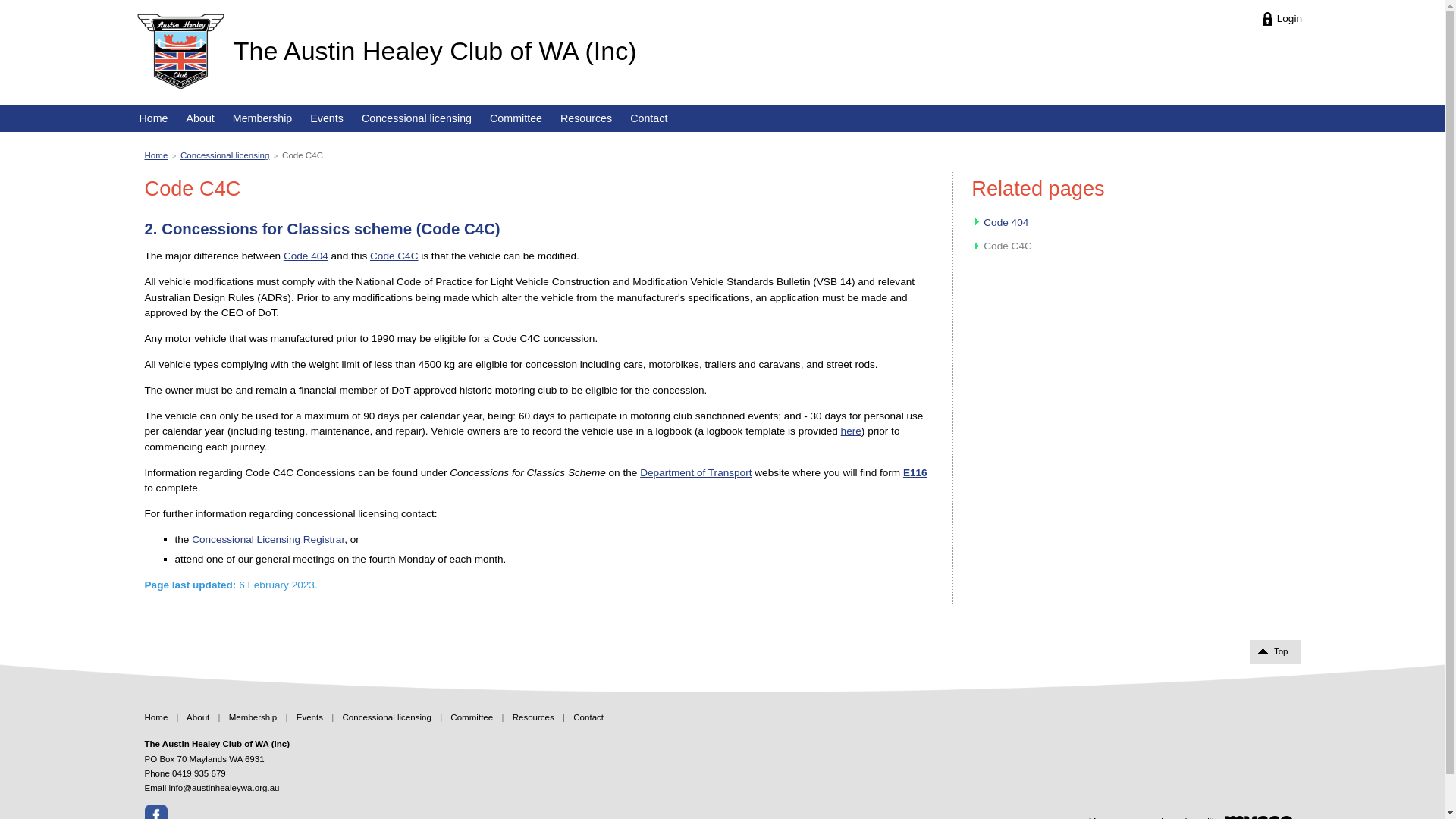  What do you see at coordinates (224, 786) in the screenshot?
I see `'info@austinhealeywa.org.au'` at bounding box center [224, 786].